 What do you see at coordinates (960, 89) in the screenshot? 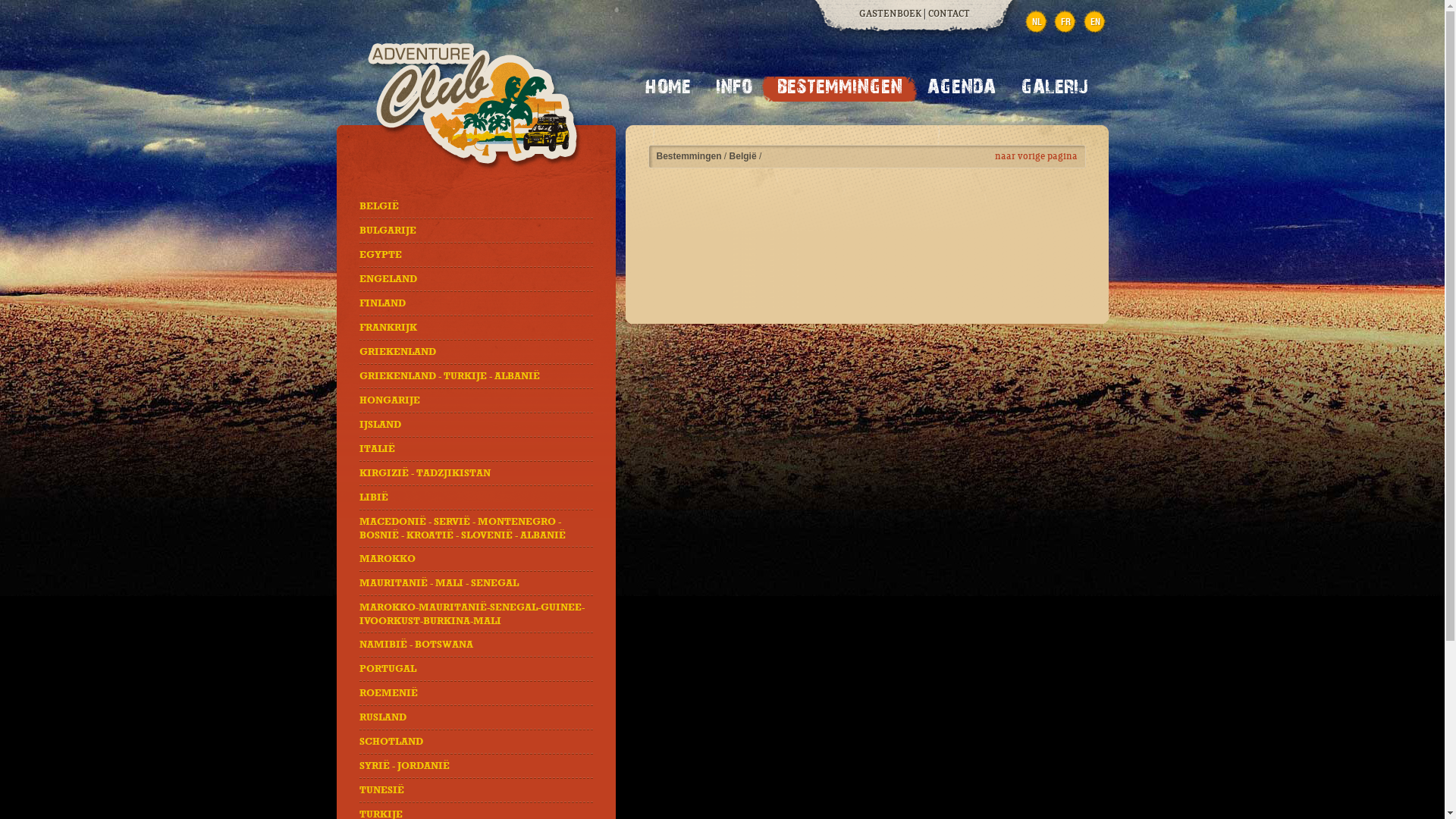
I see `'AGENDA'` at bounding box center [960, 89].